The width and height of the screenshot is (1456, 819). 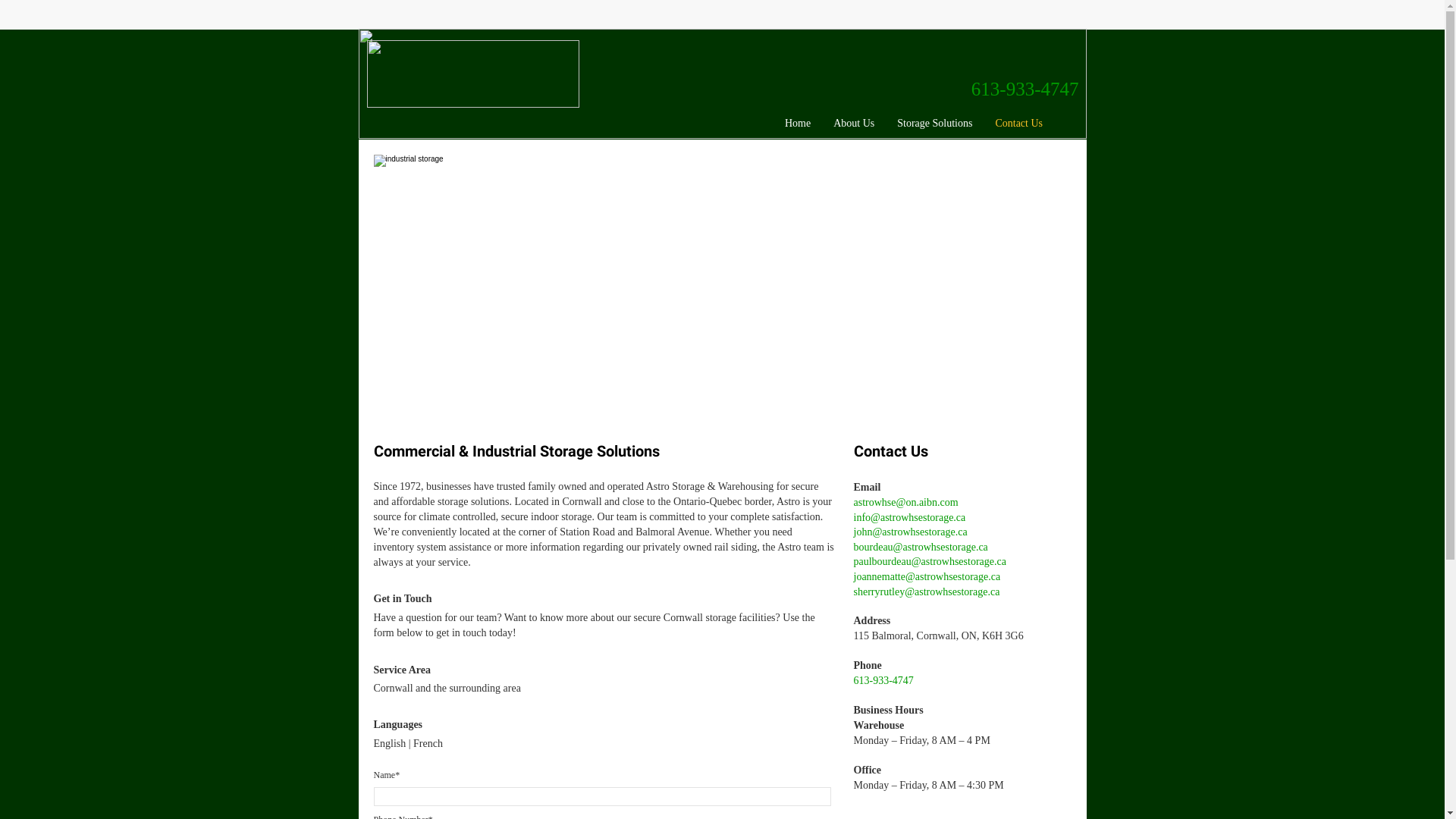 What do you see at coordinates (1022, 122) in the screenshot?
I see `'Contact Us'` at bounding box center [1022, 122].